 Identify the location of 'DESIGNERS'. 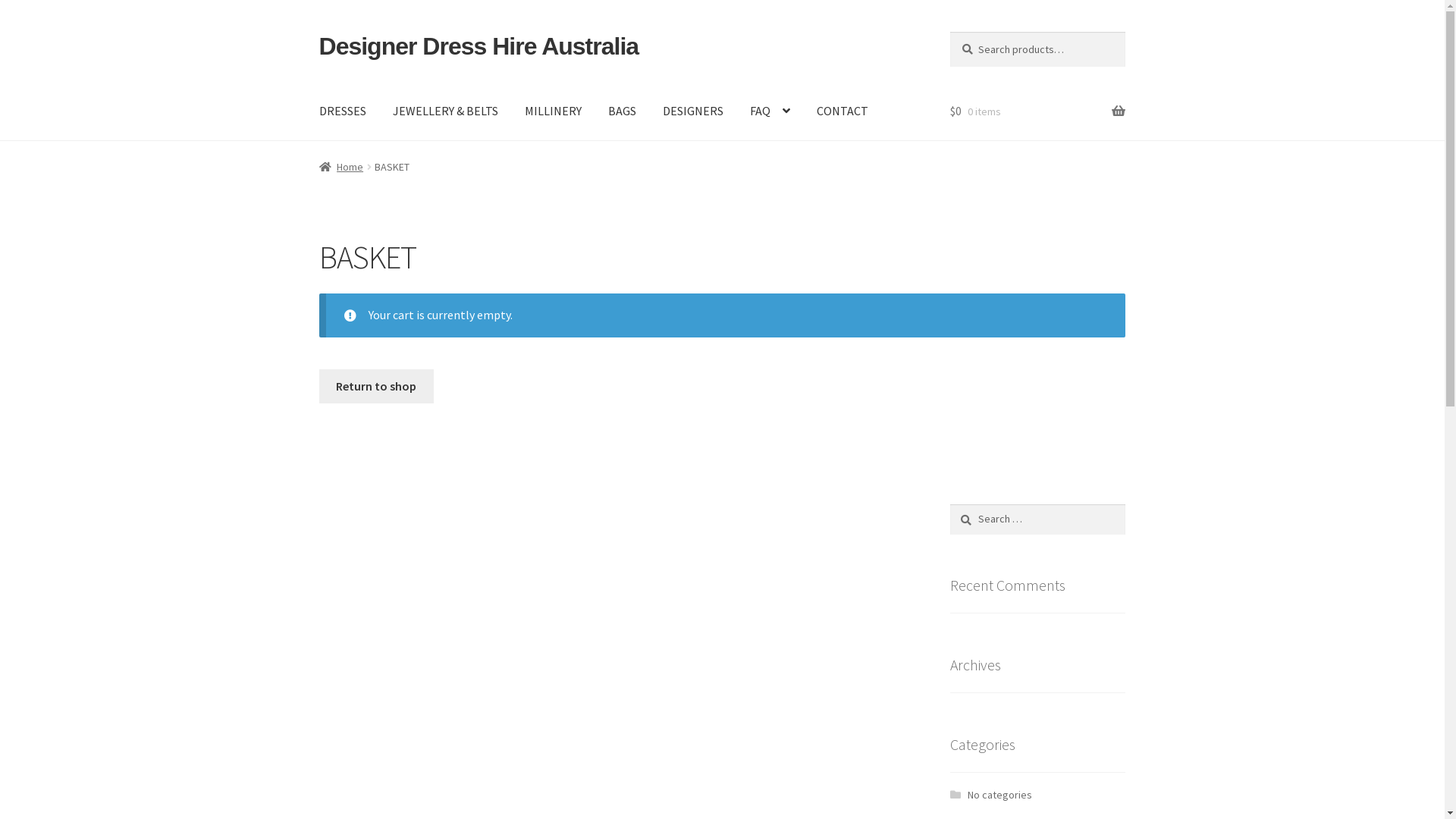
(692, 110).